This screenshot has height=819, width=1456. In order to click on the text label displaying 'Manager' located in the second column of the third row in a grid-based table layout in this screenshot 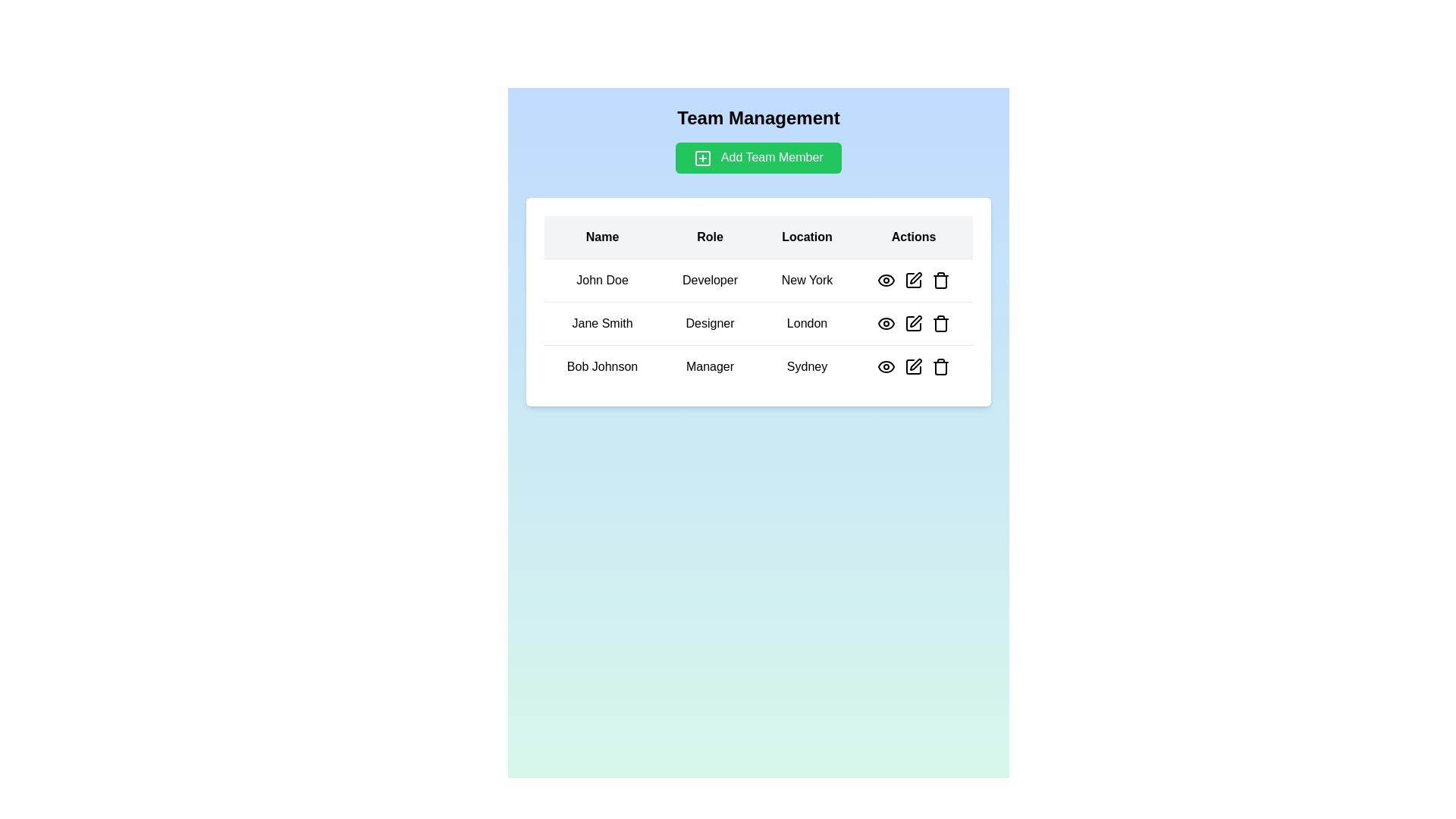, I will do `click(709, 366)`.